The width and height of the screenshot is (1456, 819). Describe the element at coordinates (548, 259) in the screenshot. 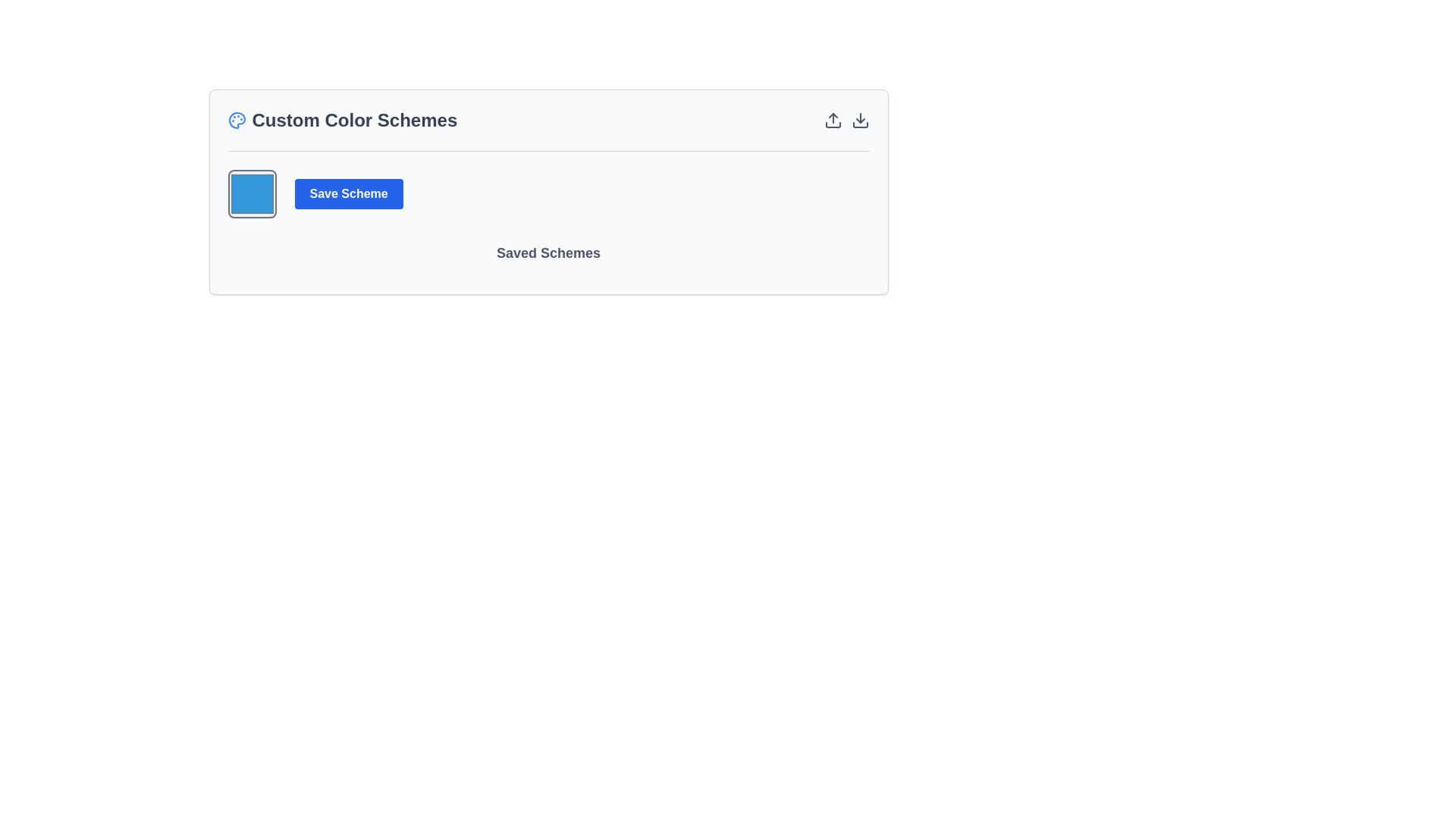

I see `the text label 'Saved Schemes', which is a bold heading located beneath the 'Save Scheme' button in the card layout` at that location.